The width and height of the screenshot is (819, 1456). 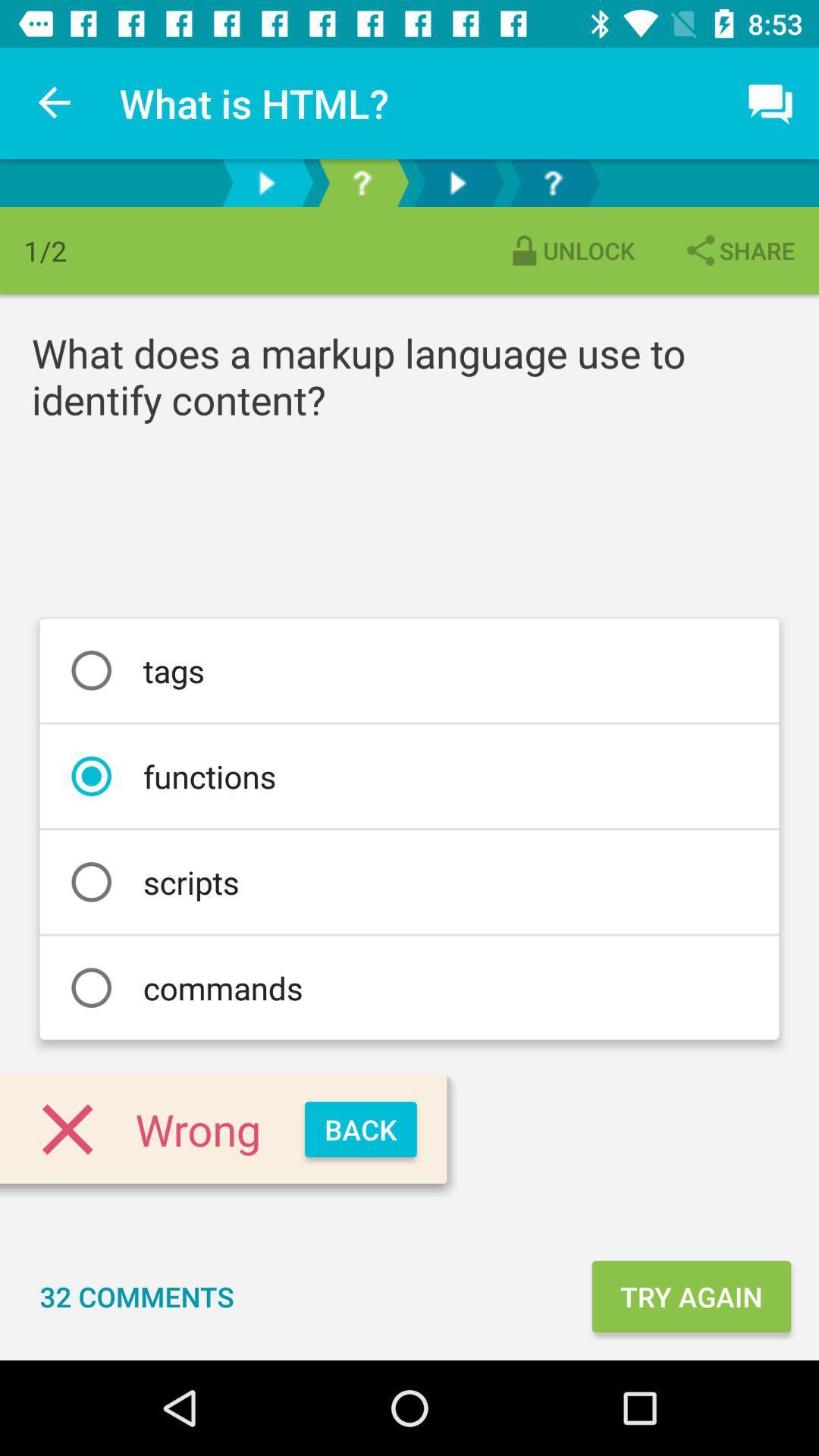 I want to click on help button, so click(x=553, y=182).